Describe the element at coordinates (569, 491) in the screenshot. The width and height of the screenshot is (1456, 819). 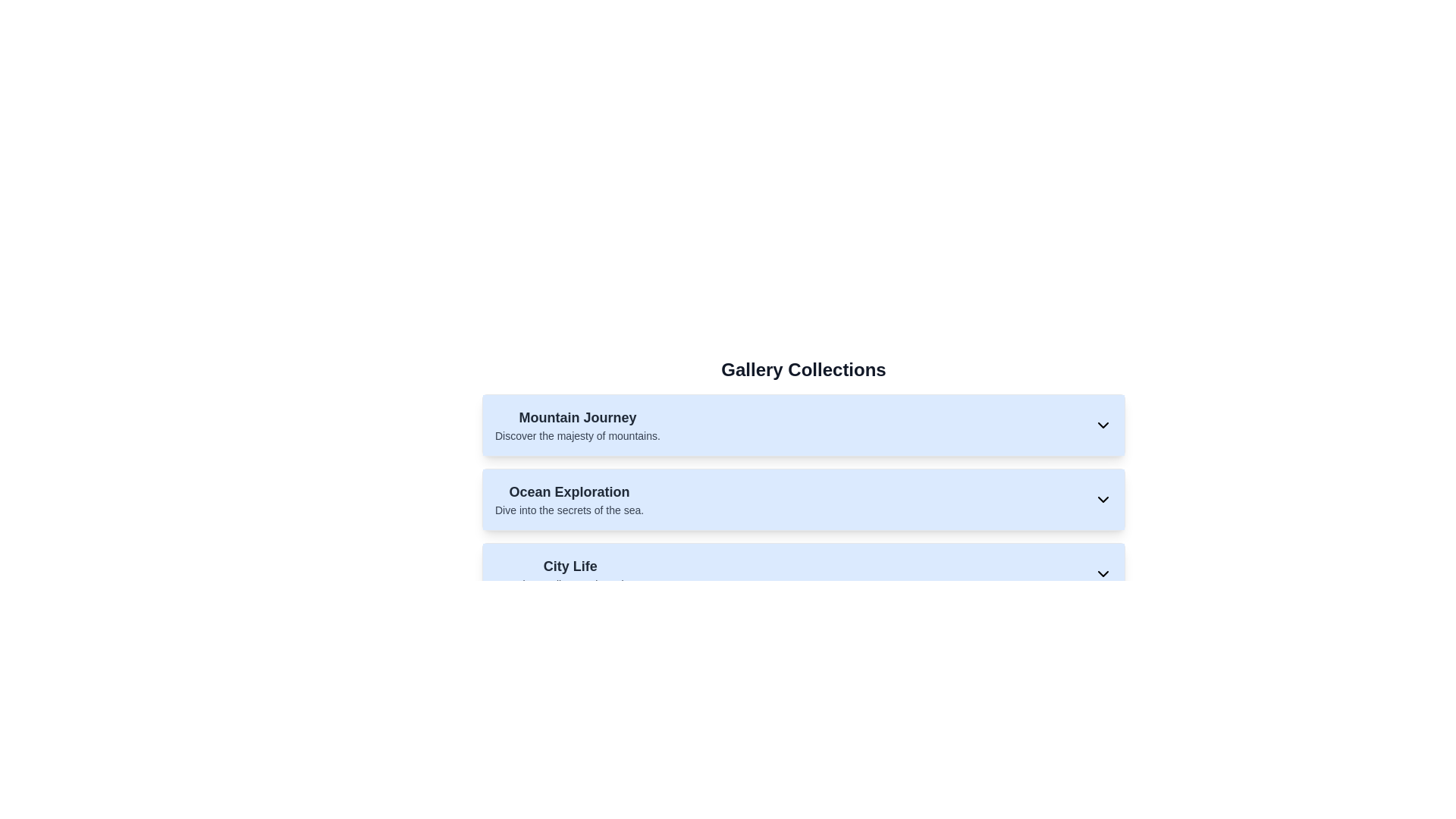
I see `the 'Ocean Exploration' text label, which is styled with a large bold font in dark gray on a light blue background, located in the 'Gallery Collections' section` at that location.